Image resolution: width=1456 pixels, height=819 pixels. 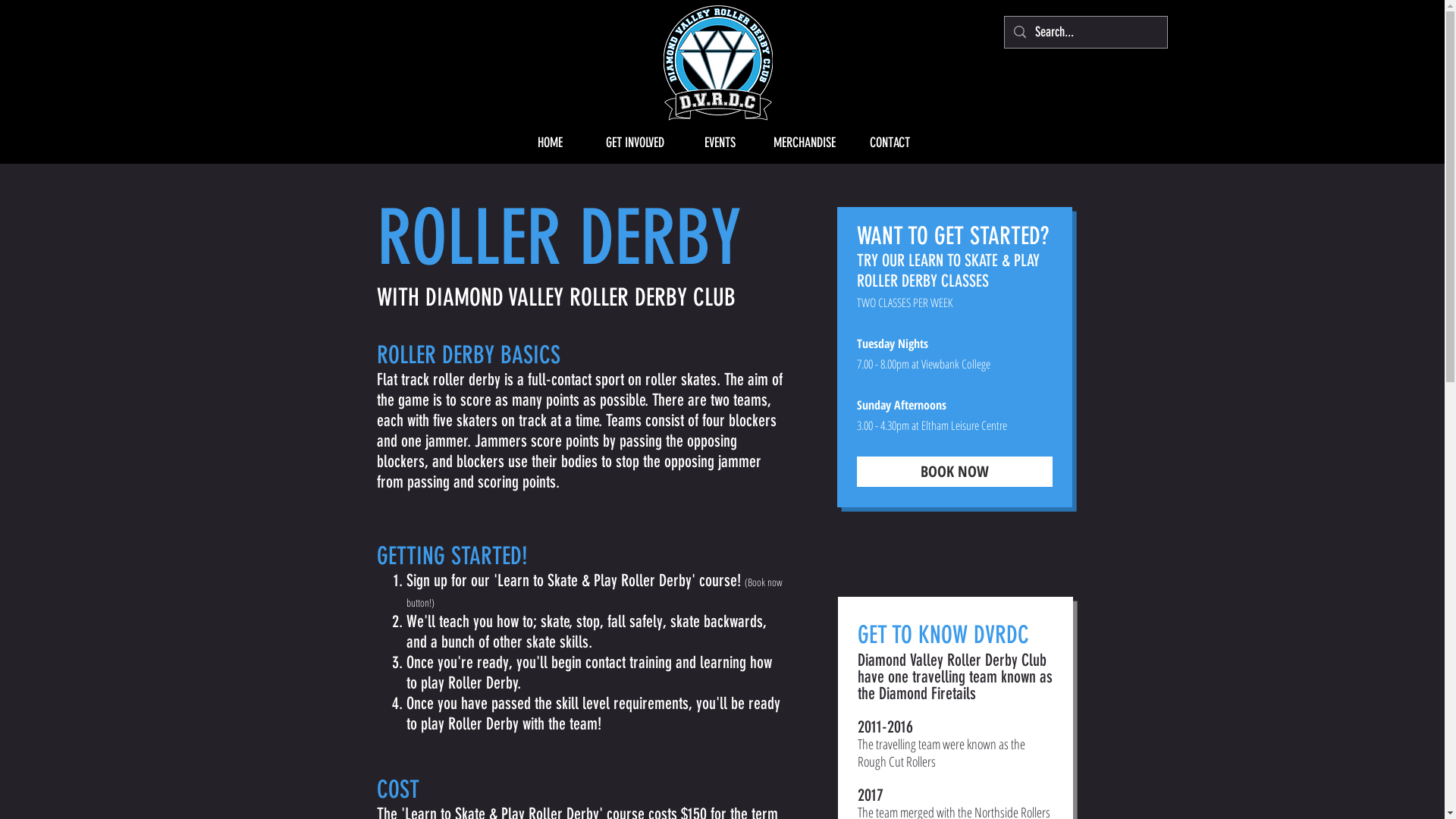 I want to click on 'GET INVOLVED', so click(x=634, y=143).